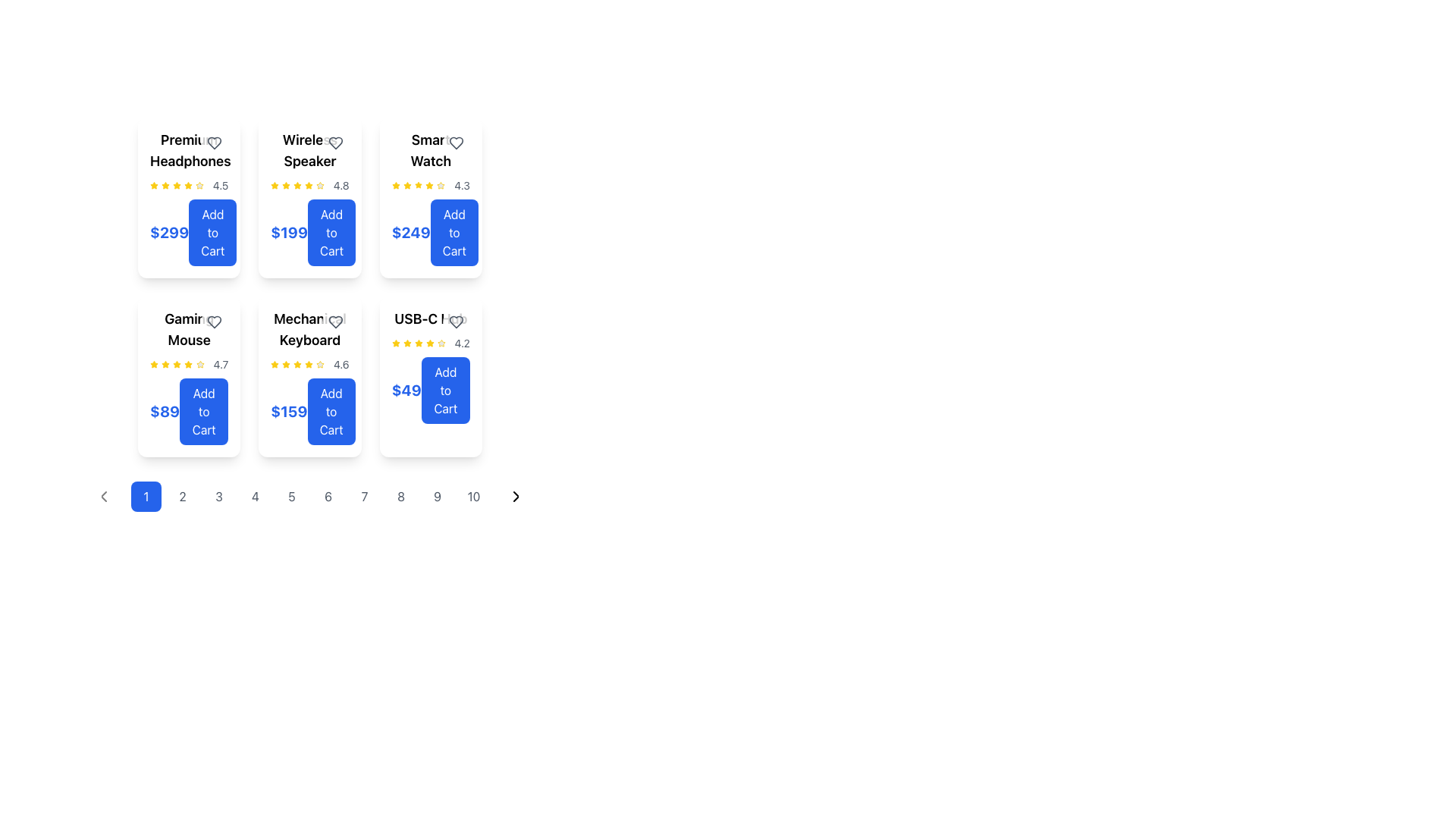 Image resolution: width=1456 pixels, height=819 pixels. What do you see at coordinates (331, 412) in the screenshot?
I see `the button located on the right side of the section displaying '$159' in bold, blue text` at bounding box center [331, 412].